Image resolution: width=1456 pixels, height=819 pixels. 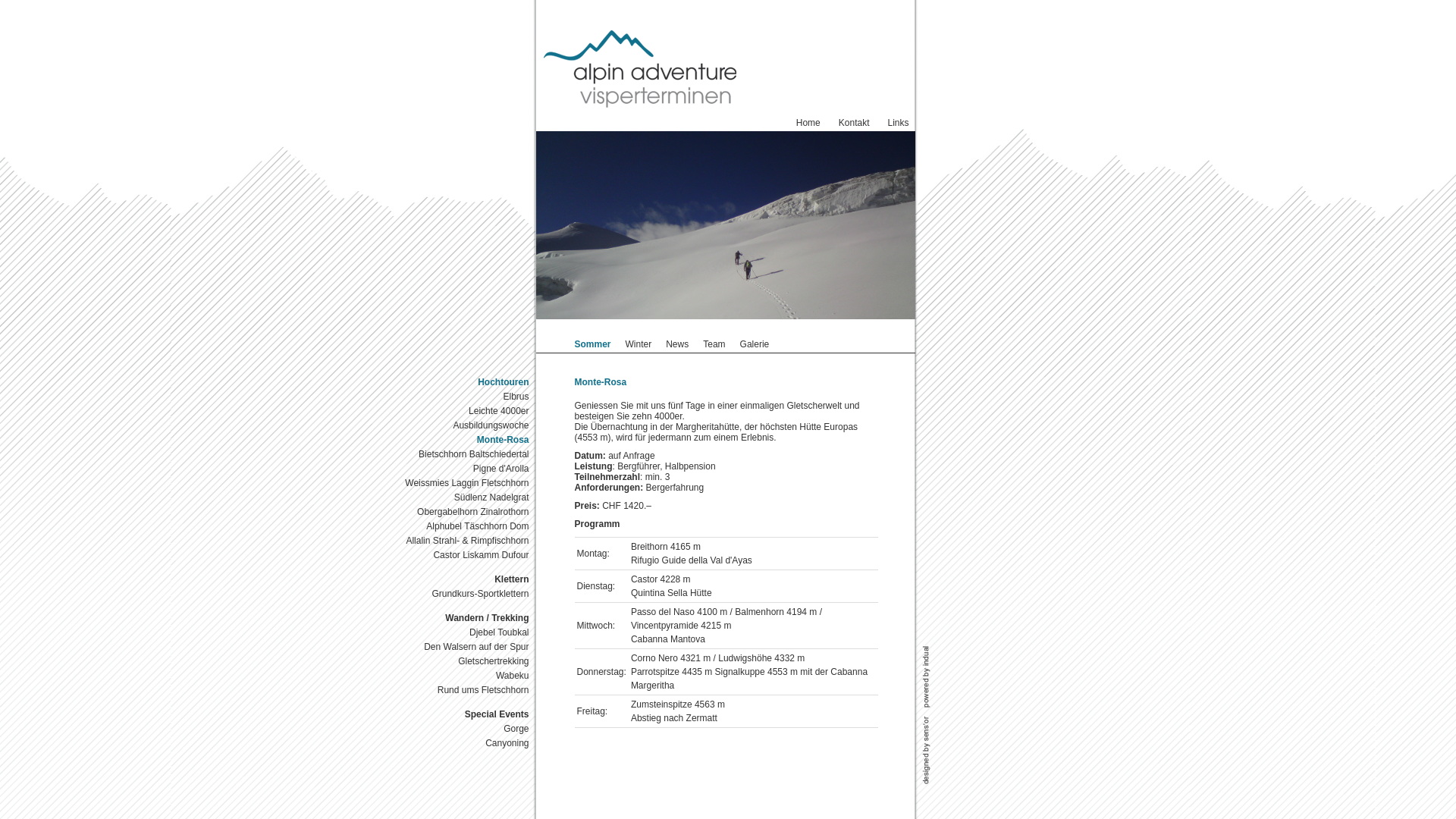 I want to click on 'Monte-Rosa', so click(x=462, y=440).